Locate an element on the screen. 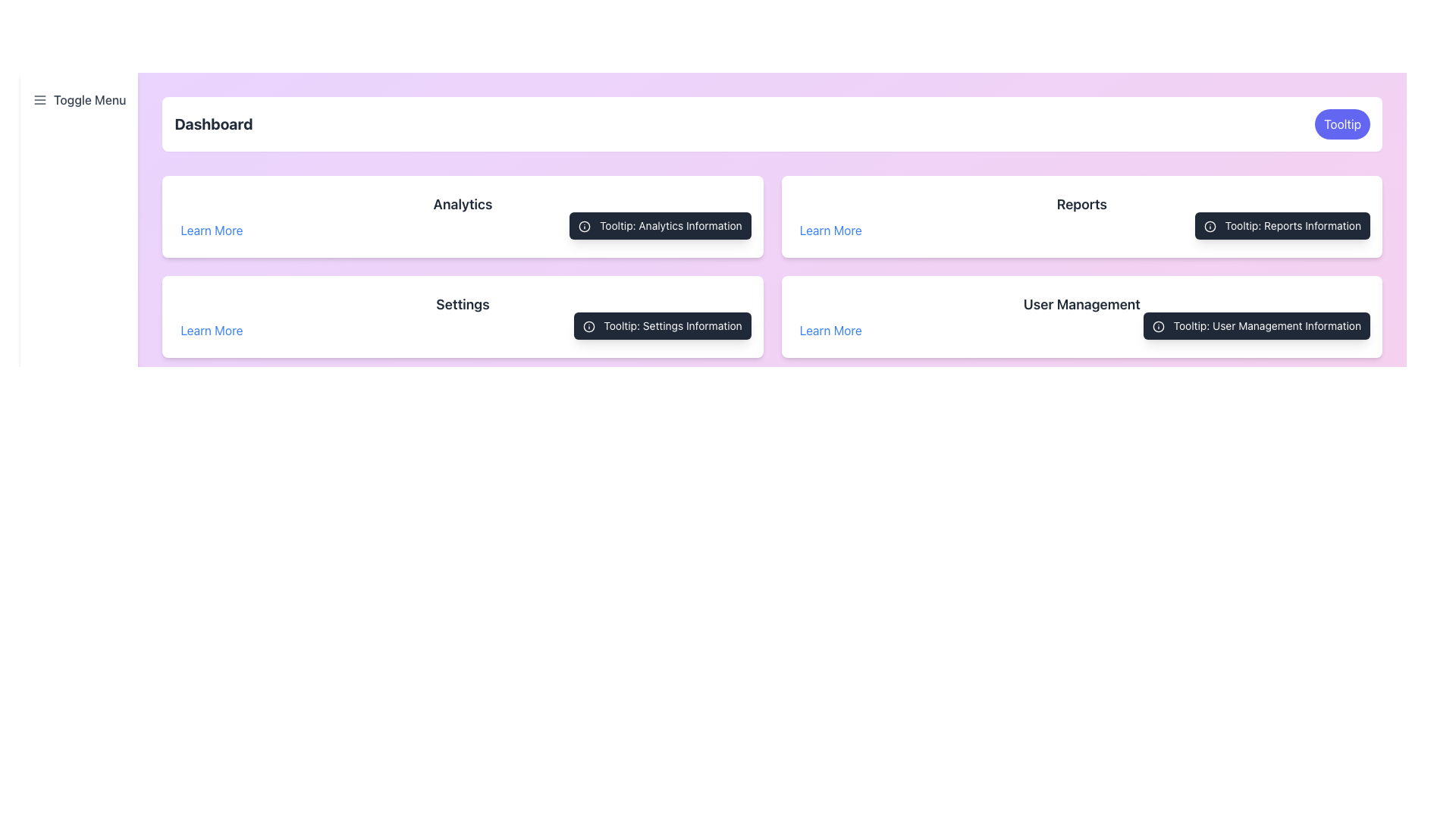  the descriptive title Text component located in the lower right section of the interface, which is above the blue 'Learn More' link is located at coordinates (1081, 304).